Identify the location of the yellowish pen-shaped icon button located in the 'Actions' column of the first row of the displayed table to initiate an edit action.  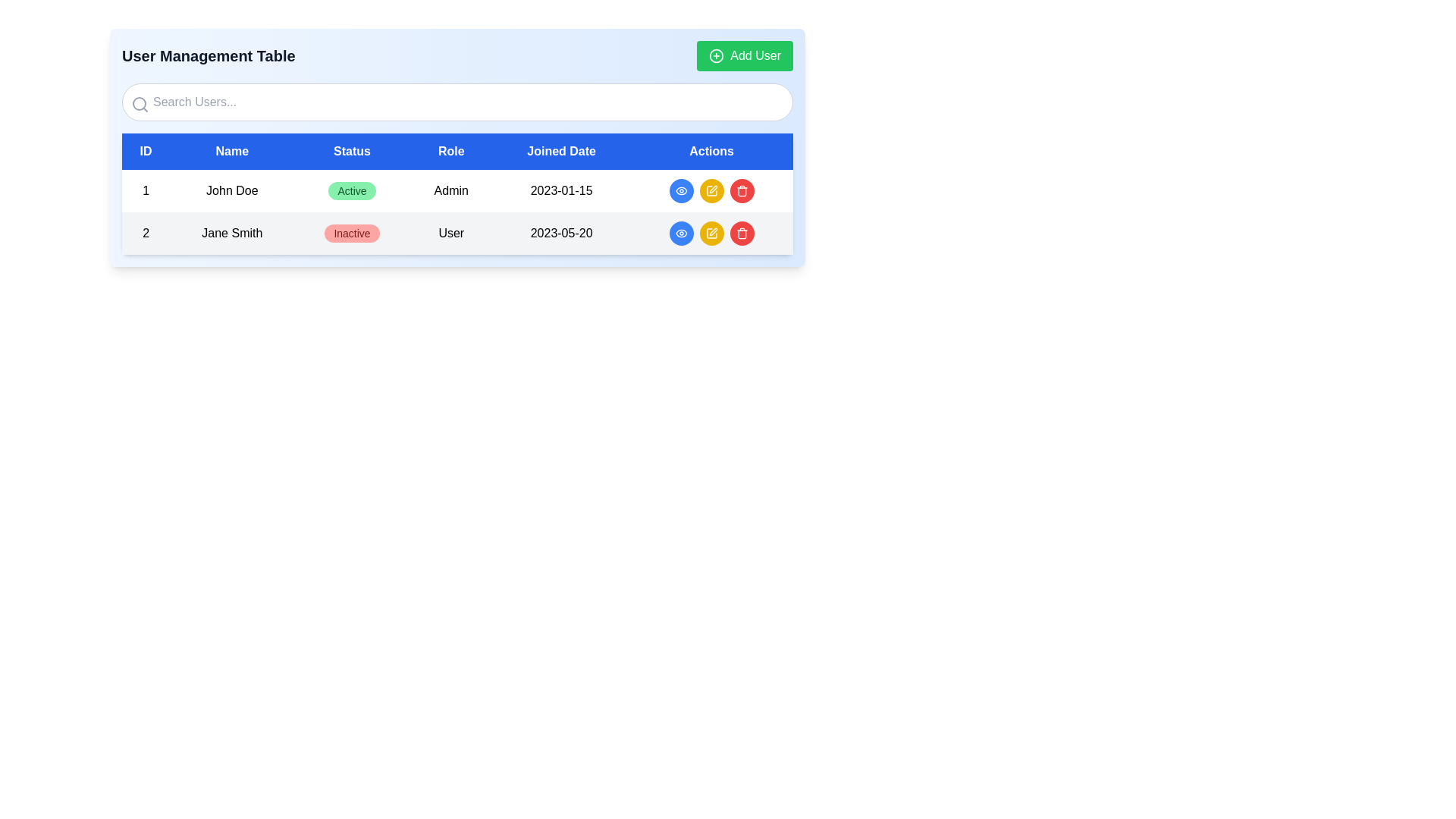
(712, 231).